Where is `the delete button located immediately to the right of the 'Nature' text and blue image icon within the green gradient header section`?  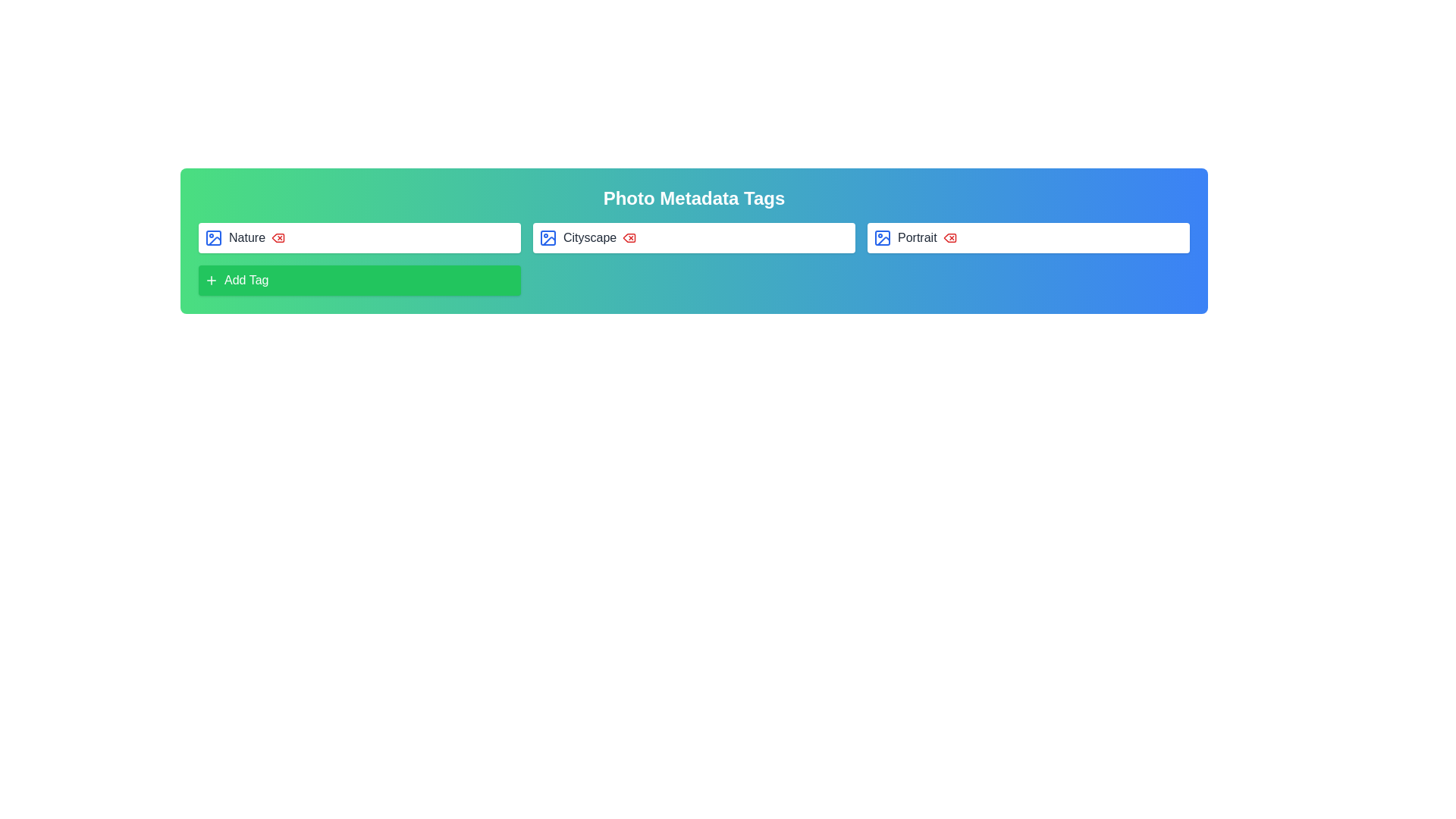 the delete button located immediately to the right of the 'Nature' text and blue image icon within the green gradient header section is located at coordinates (278, 237).